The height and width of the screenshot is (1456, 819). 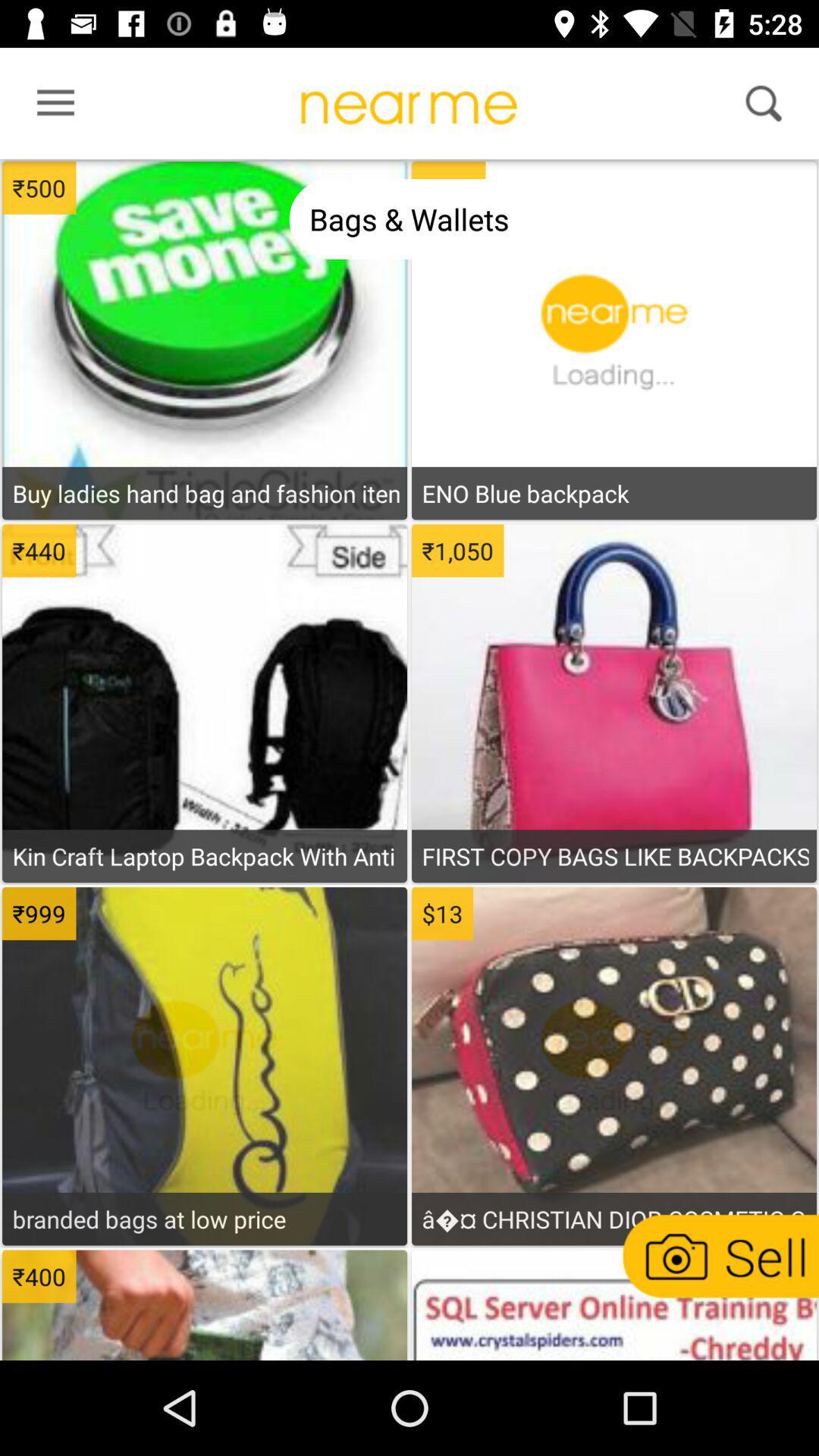 I want to click on advertisements website, so click(x=613, y=1307).